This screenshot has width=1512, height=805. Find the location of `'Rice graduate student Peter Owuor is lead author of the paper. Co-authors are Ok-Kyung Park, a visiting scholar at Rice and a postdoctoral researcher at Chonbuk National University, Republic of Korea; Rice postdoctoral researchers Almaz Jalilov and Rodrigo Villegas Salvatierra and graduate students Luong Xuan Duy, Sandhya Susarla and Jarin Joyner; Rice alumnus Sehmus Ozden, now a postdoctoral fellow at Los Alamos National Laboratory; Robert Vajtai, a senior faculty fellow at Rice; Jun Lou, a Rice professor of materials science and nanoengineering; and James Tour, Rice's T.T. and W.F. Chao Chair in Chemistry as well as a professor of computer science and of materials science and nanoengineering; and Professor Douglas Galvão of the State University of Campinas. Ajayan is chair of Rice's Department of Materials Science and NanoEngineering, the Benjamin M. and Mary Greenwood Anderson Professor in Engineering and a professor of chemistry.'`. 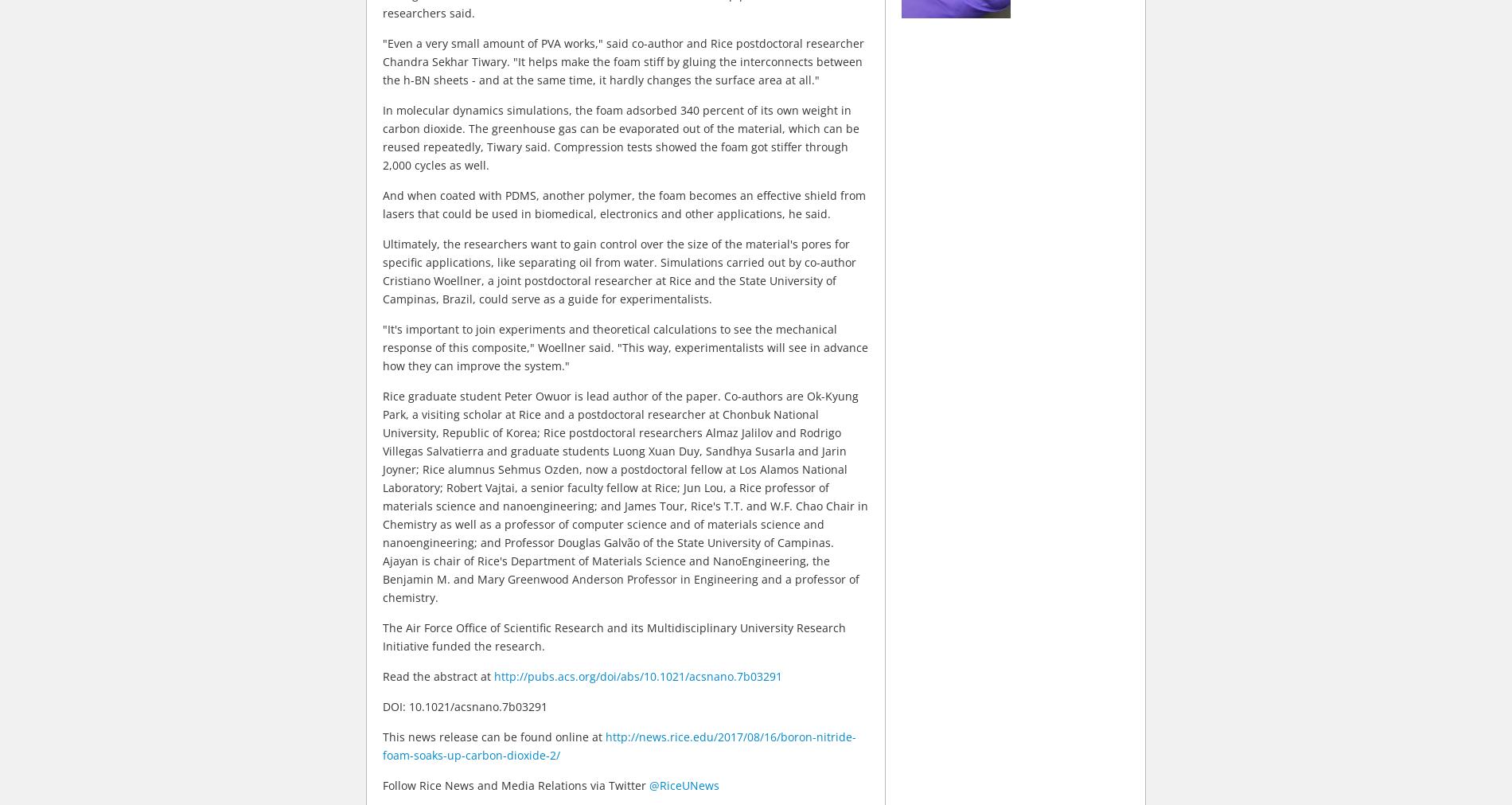

'Rice graduate student Peter Owuor is lead author of the paper. Co-authors are Ok-Kyung Park, a visiting scholar at Rice and a postdoctoral researcher at Chonbuk National University, Republic of Korea; Rice postdoctoral researchers Almaz Jalilov and Rodrigo Villegas Salvatierra and graduate students Luong Xuan Duy, Sandhya Susarla and Jarin Joyner; Rice alumnus Sehmus Ozden, now a postdoctoral fellow at Los Alamos National Laboratory; Robert Vajtai, a senior faculty fellow at Rice; Jun Lou, a Rice professor of materials science and nanoengineering; and James Tour, Rice's T.T. and W.F. Chao Chair in Chemistry as well as a professor of computer science and of materials science and nanoengineering; and Professor Douglas Galvão of the State University of Campinas. Ajayan is chair of Rice's Department of Materials Science and NanoEngineering, the Benjamin M. and Mary Greenwood Anderson Professor in Engineering and a professor of chemistry.' is located at coordinates (625, 495).